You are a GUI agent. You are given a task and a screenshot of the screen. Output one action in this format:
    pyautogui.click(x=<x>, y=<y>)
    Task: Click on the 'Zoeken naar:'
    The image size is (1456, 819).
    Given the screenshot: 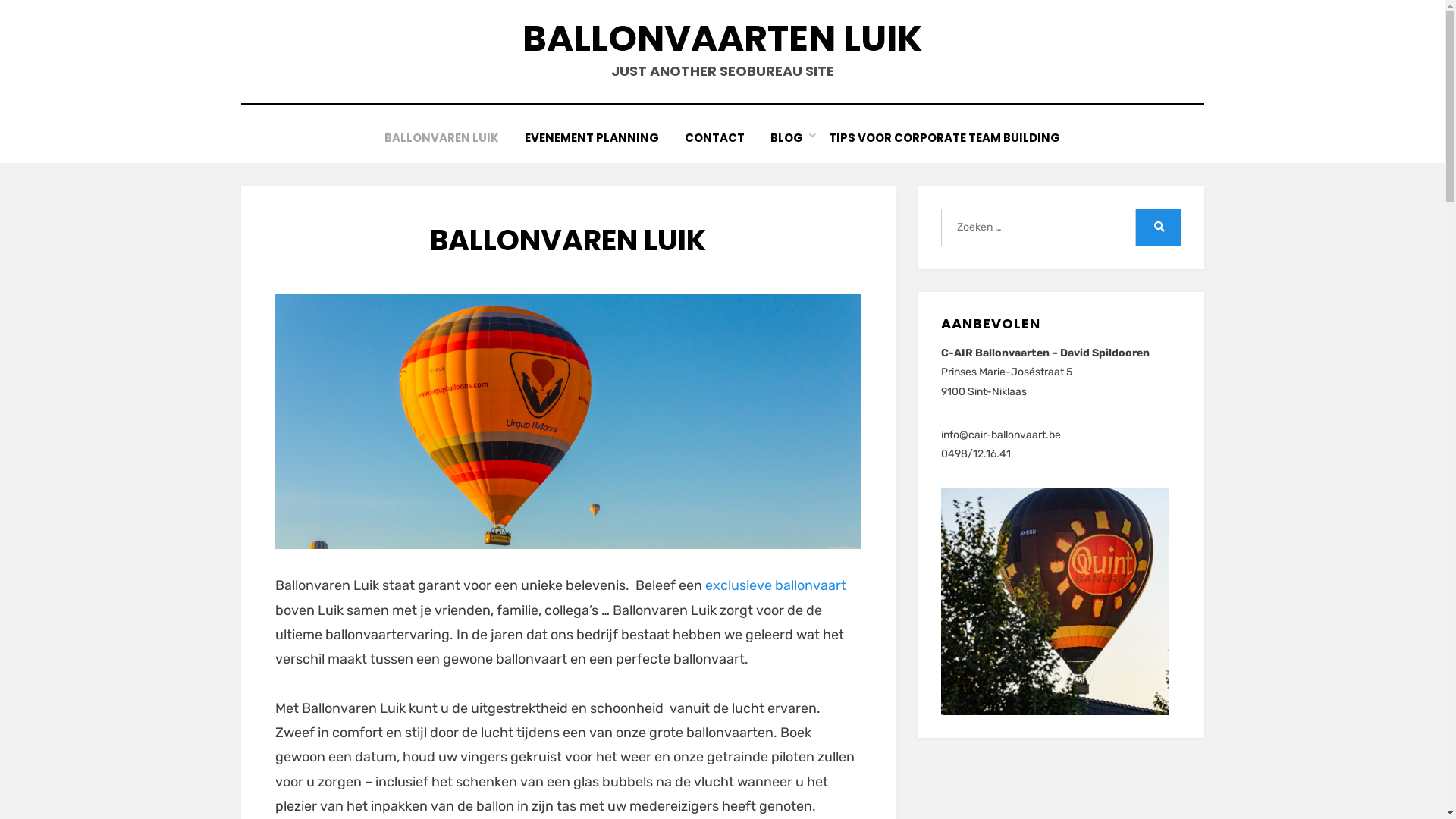 What is the action you would take?
    pyautogui.click(x=1037, y=227)
    